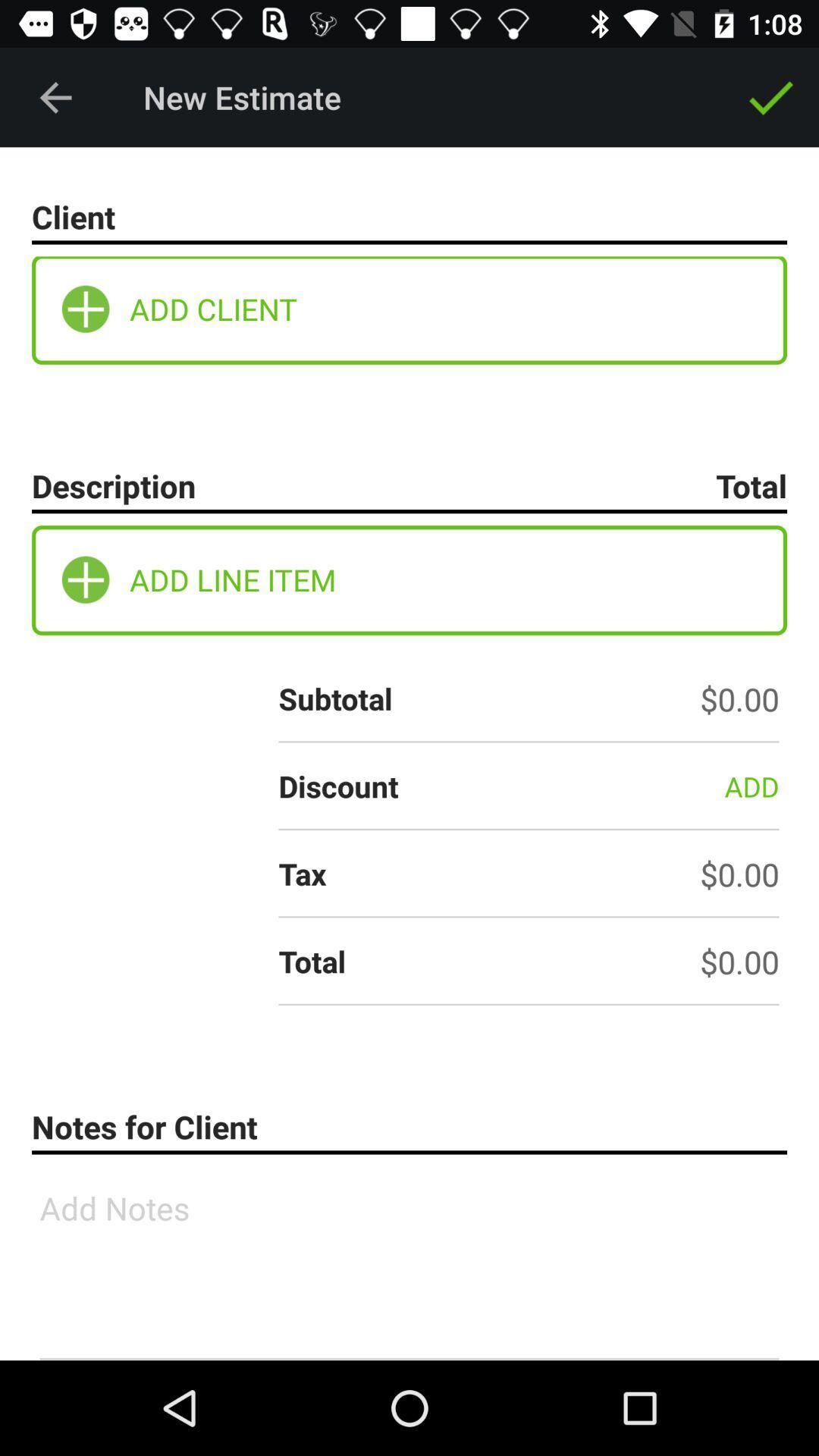 This screenshot has width=819, height=1456. What do you see at coordinates (409, 1263) in the screenshot?
I see `notes for client` at bounding box center [409, 1263].